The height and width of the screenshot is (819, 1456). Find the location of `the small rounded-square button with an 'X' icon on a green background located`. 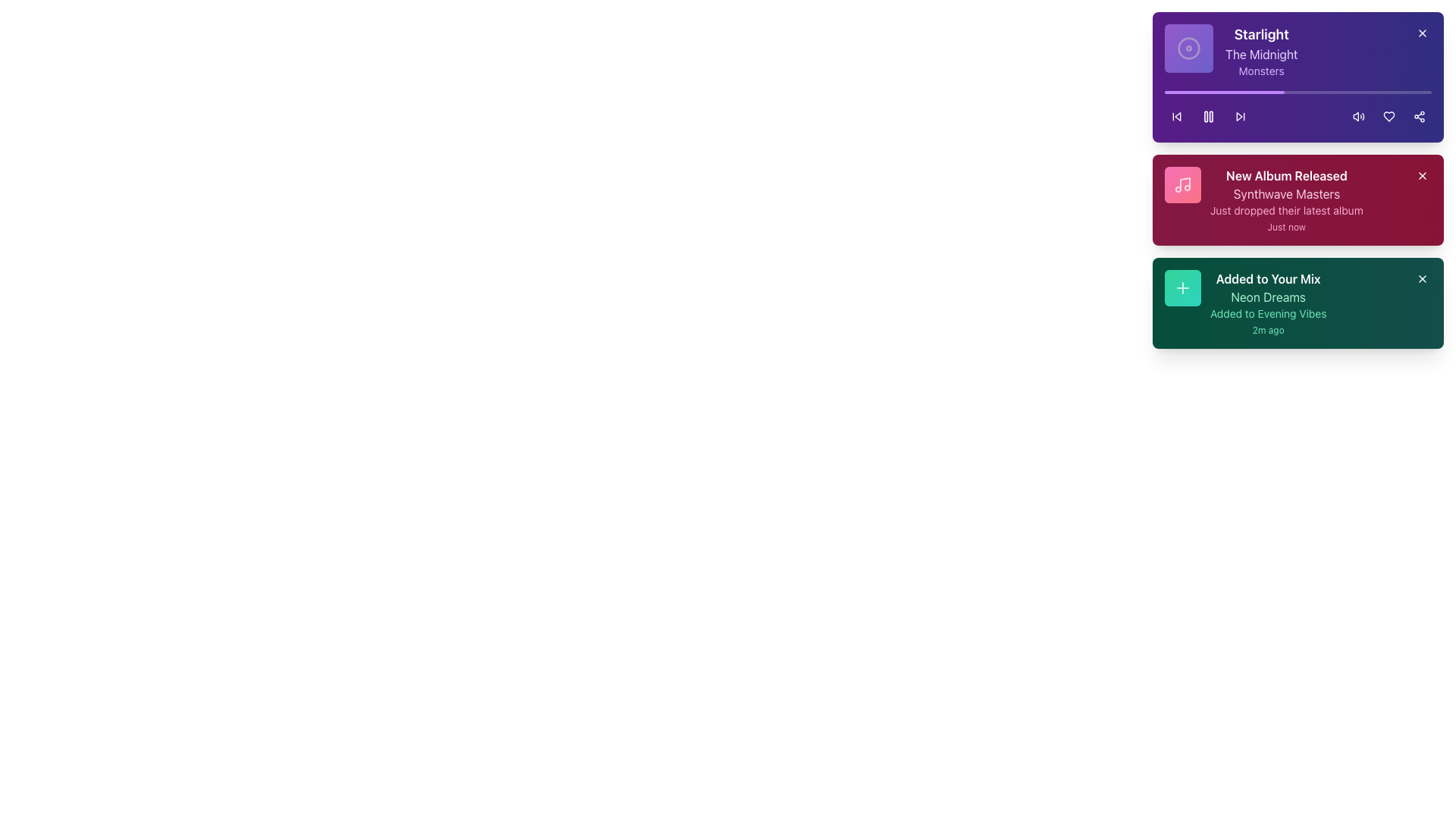

the small rounded-square button with an 'X' icon on a green background located is located at coordinates (1422, 278).